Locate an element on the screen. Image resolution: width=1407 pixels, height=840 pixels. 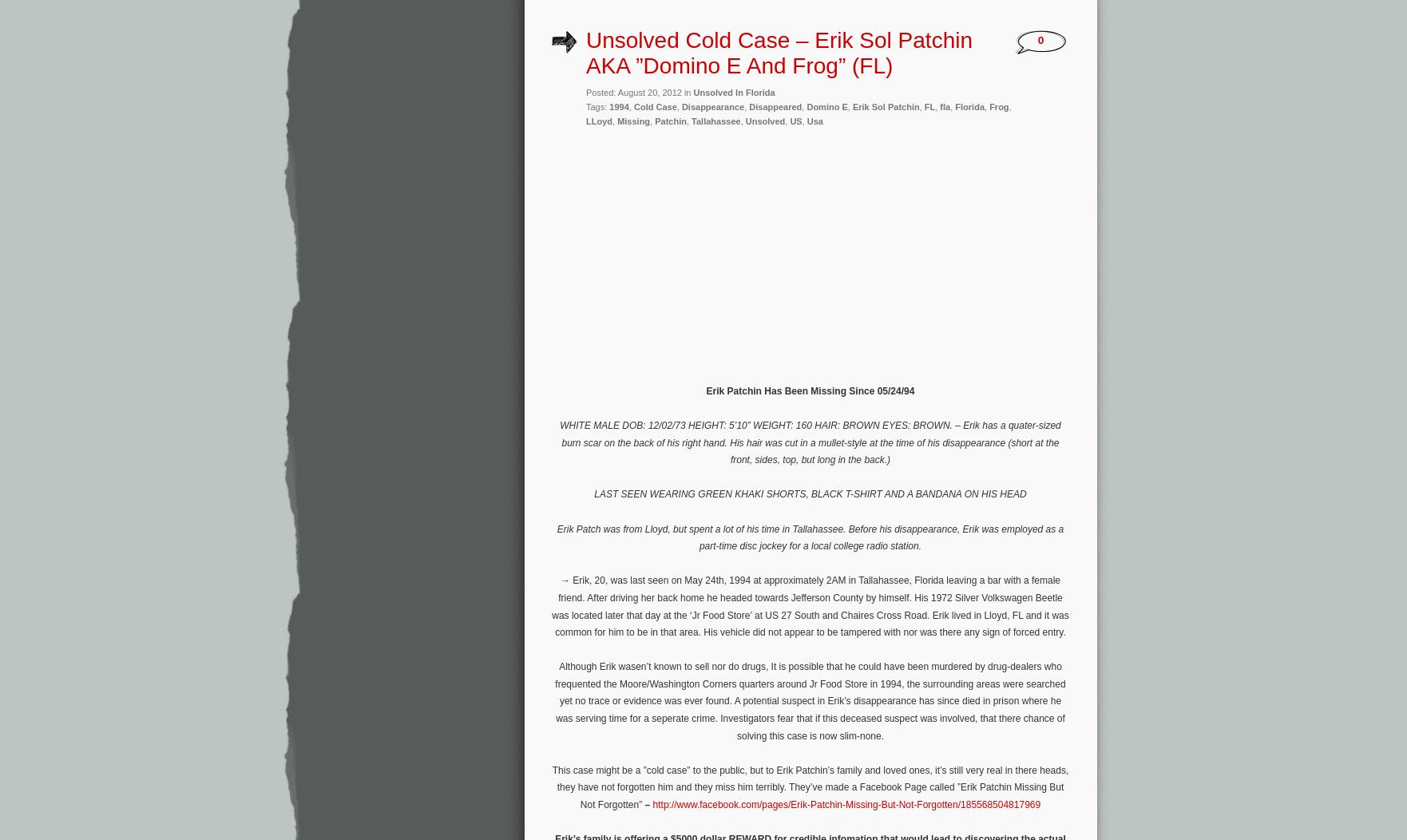
'Tallahassee' is located at coordinates (691, 119).